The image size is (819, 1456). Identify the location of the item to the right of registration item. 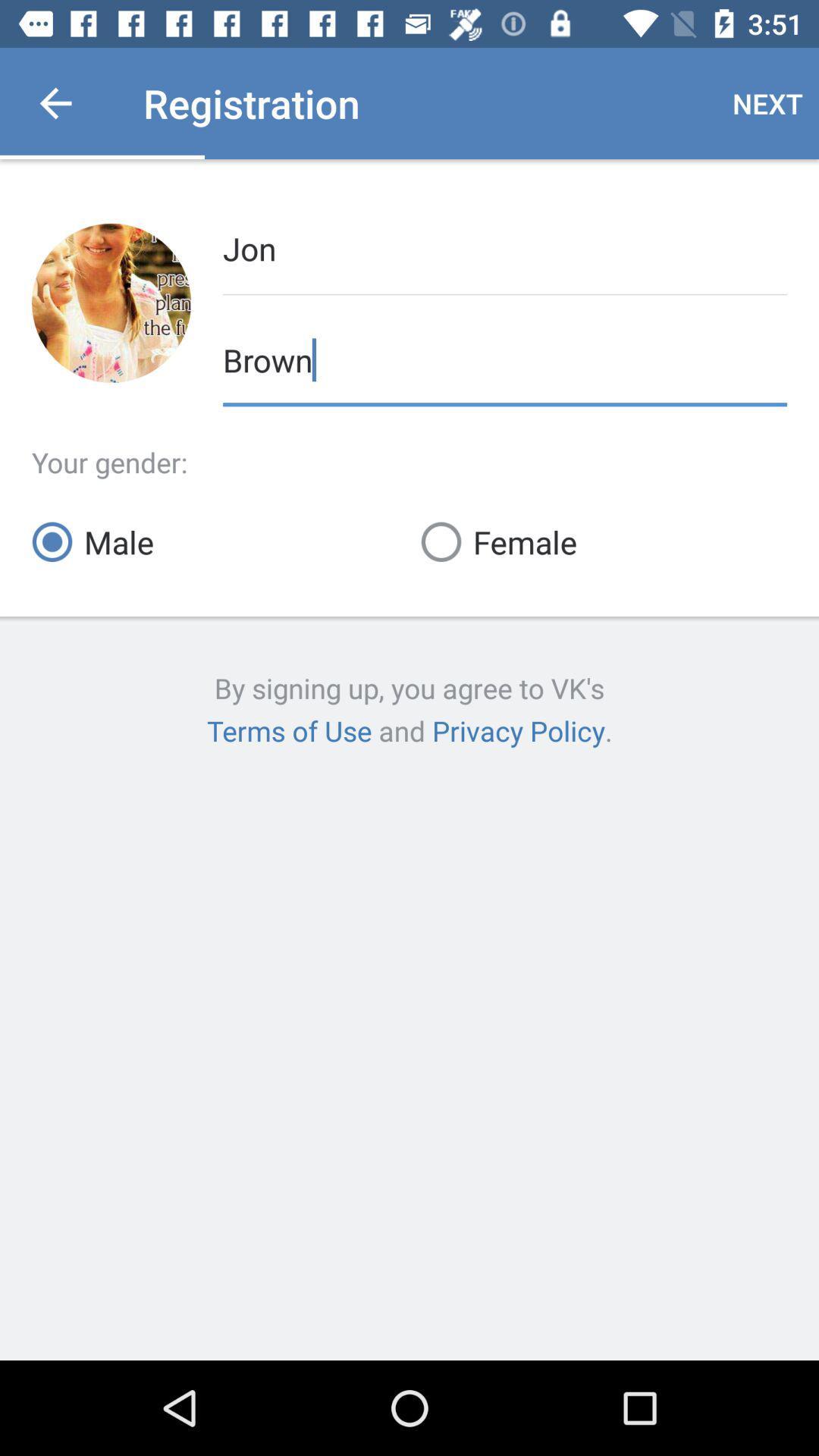
(767, 102).